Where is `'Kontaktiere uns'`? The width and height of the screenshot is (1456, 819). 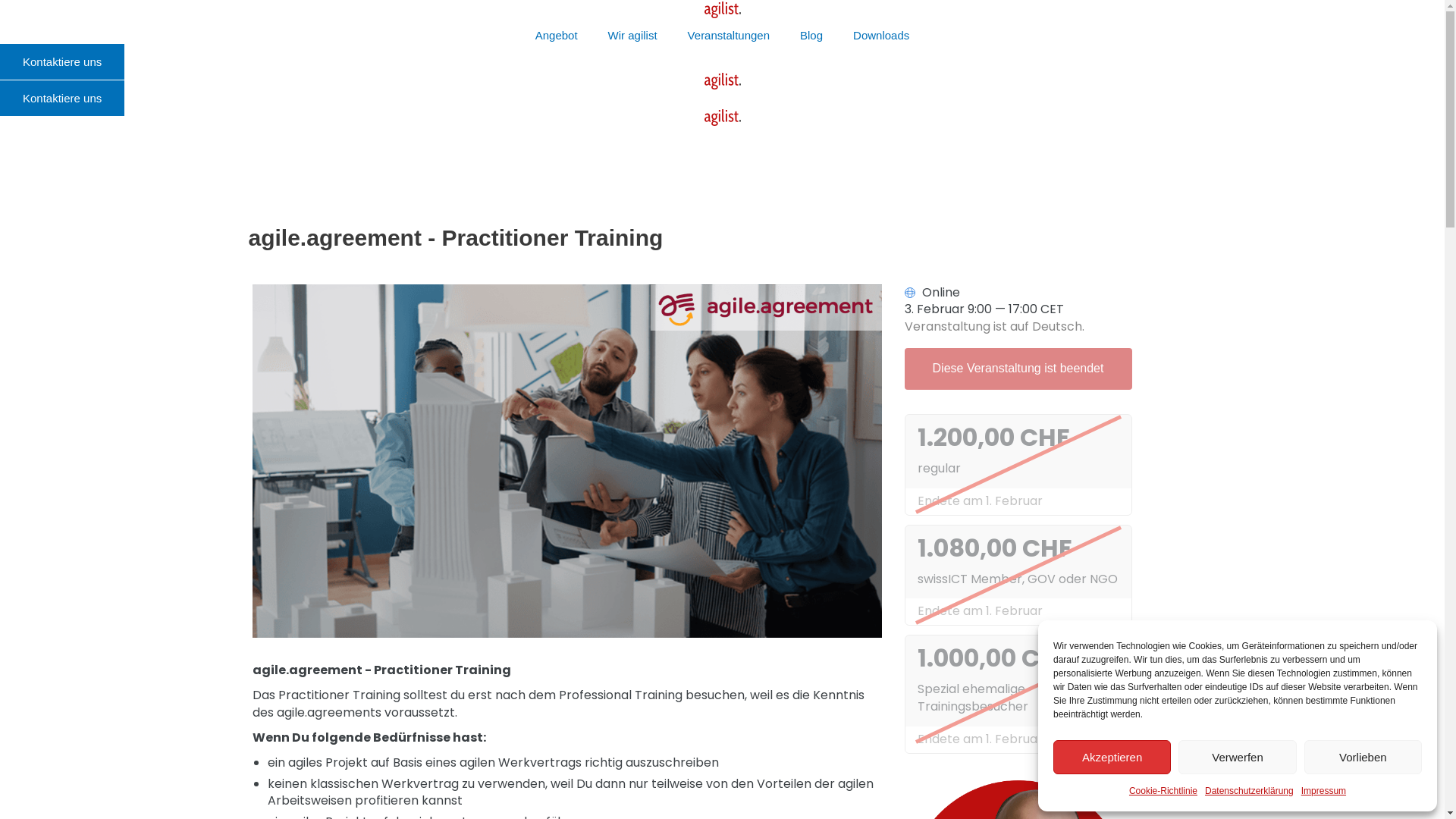 'Kontaktiere uns' is located at coordinates (61, 61).